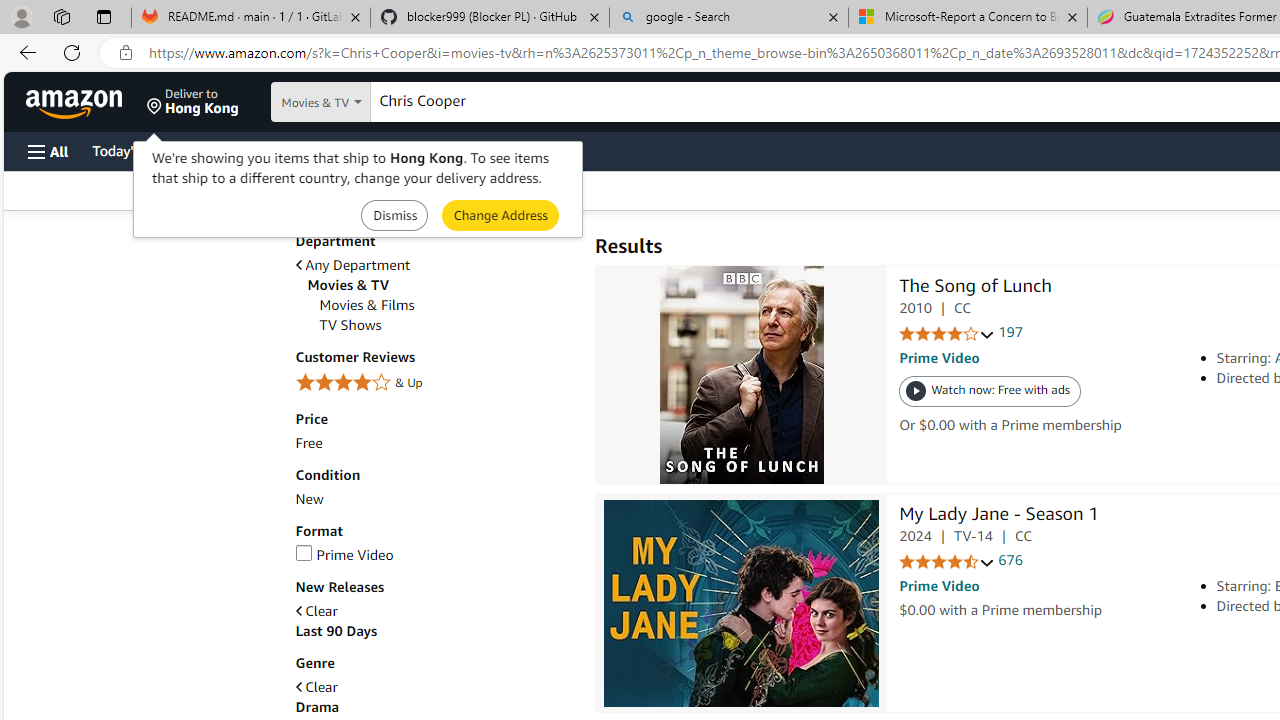  Describe the element at coordinates (336, 631) in the screenshot. I see `'Last 90 Days'` at that location.